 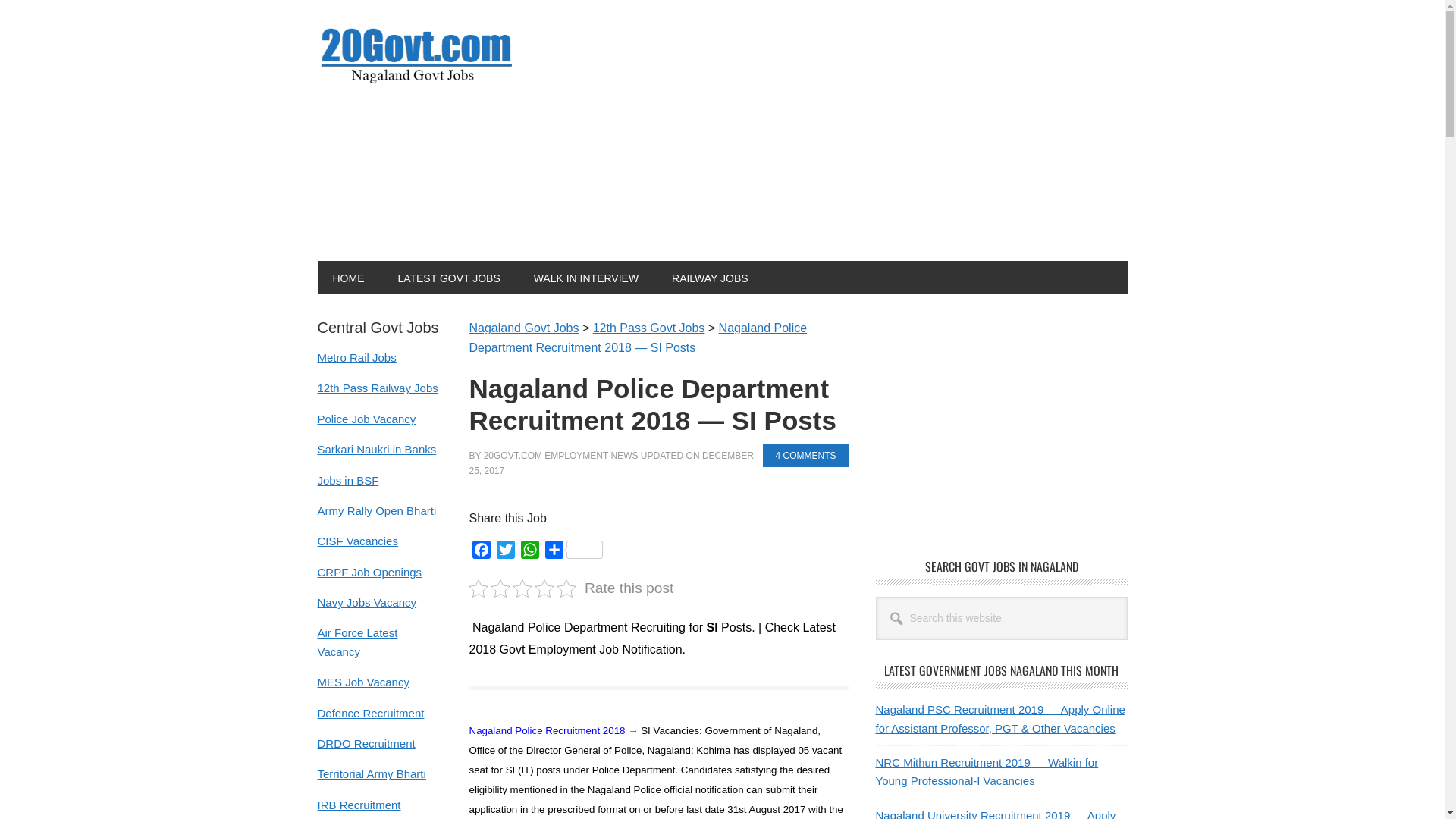 What do you see at coordinates (585, 278) in the screenshot?
I see `'WALK IN INTERVIEW'` at bounding box center [585, 278].